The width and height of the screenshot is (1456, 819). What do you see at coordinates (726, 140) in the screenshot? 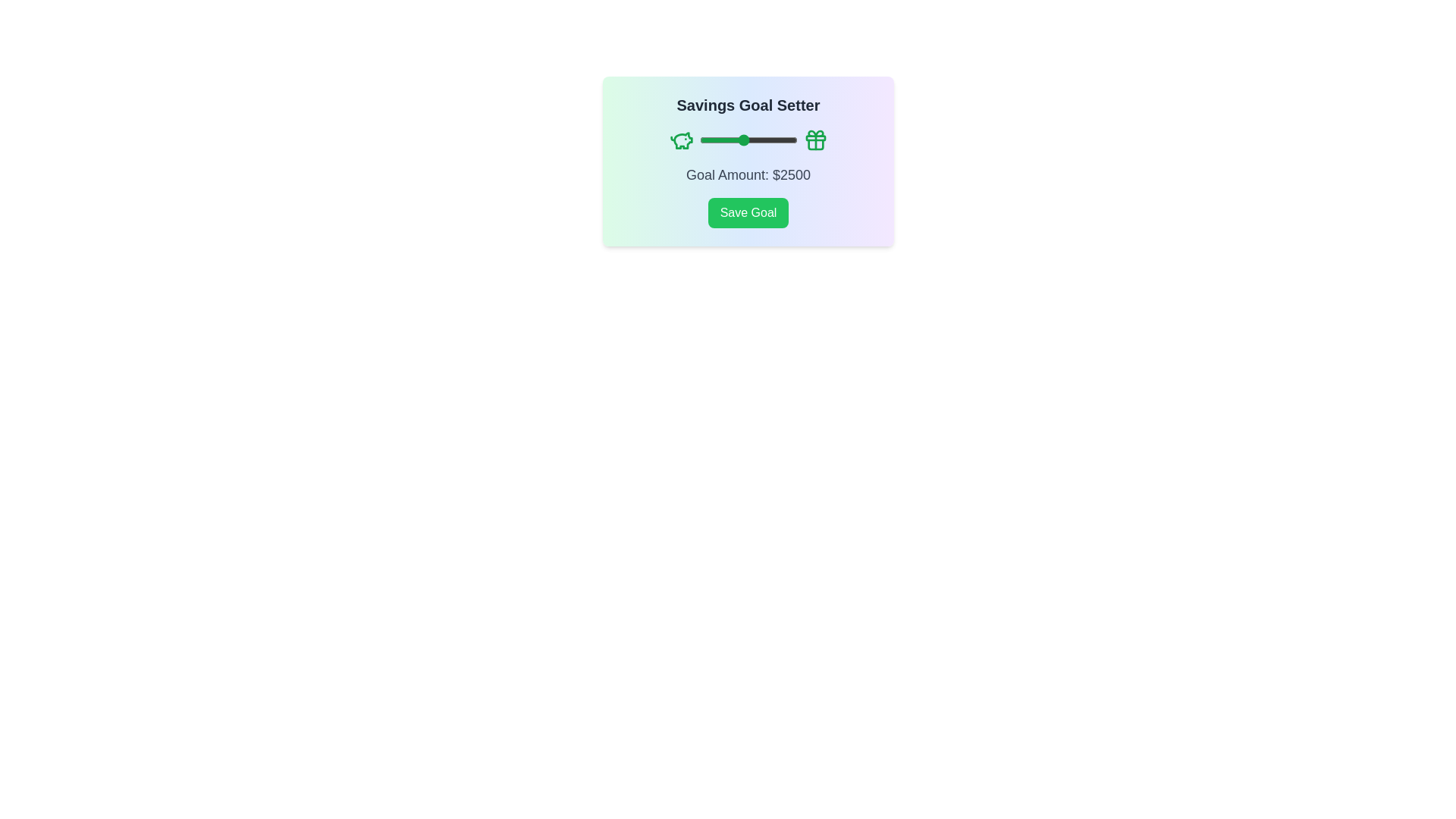
I see `the slider to set the goal amount to 1743` at bounding box center [726, 140].